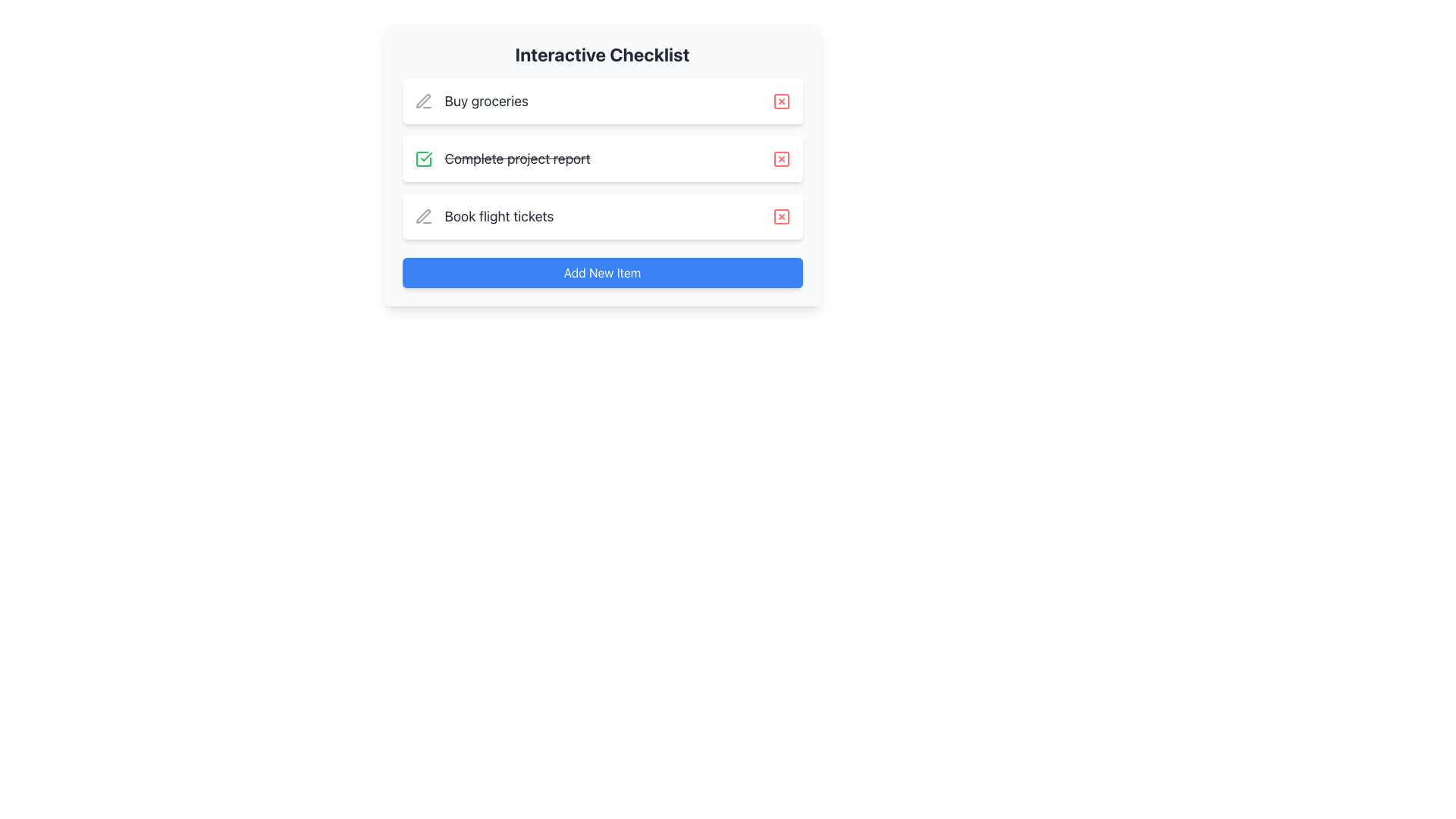 This screenshot has width=1456, height=819. I want to click on the pen icon representing the edit action for the 'Buy groceries' checklist item, located at the topmost position of the checklist interface, so click(422, 216).